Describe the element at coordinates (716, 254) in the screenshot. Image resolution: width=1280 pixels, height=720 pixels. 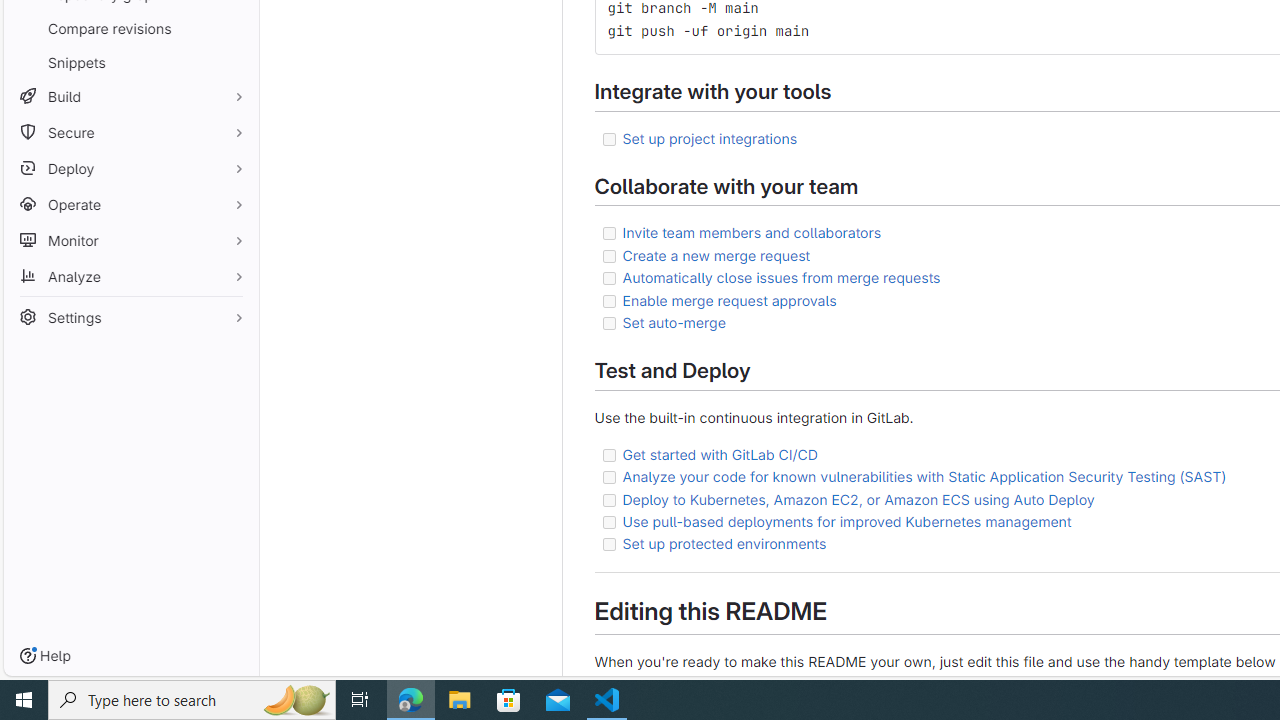
I see `'Create a new merge request'` at that location.